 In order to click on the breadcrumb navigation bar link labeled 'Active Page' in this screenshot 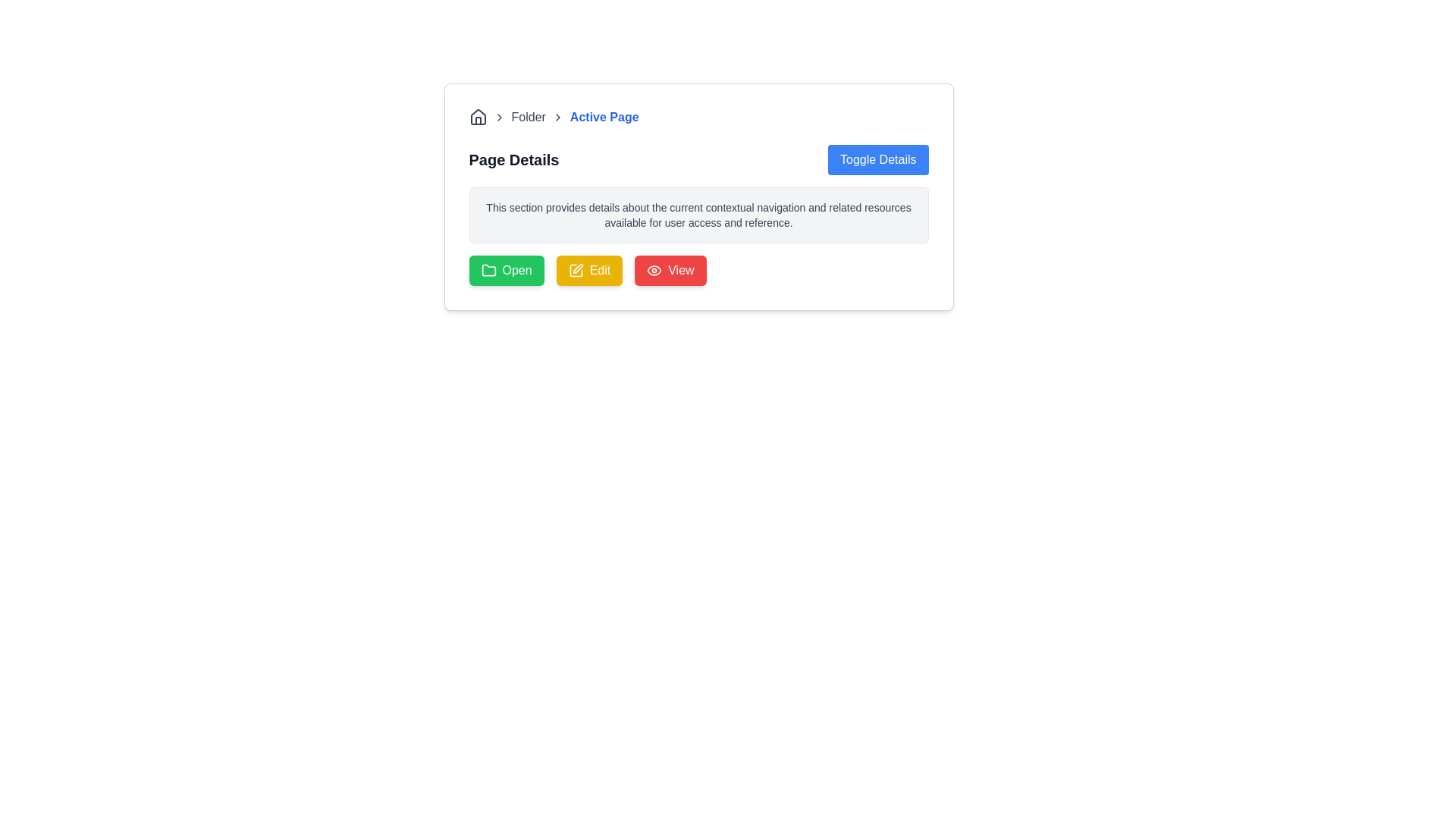, I will do `click(698, 116)`.